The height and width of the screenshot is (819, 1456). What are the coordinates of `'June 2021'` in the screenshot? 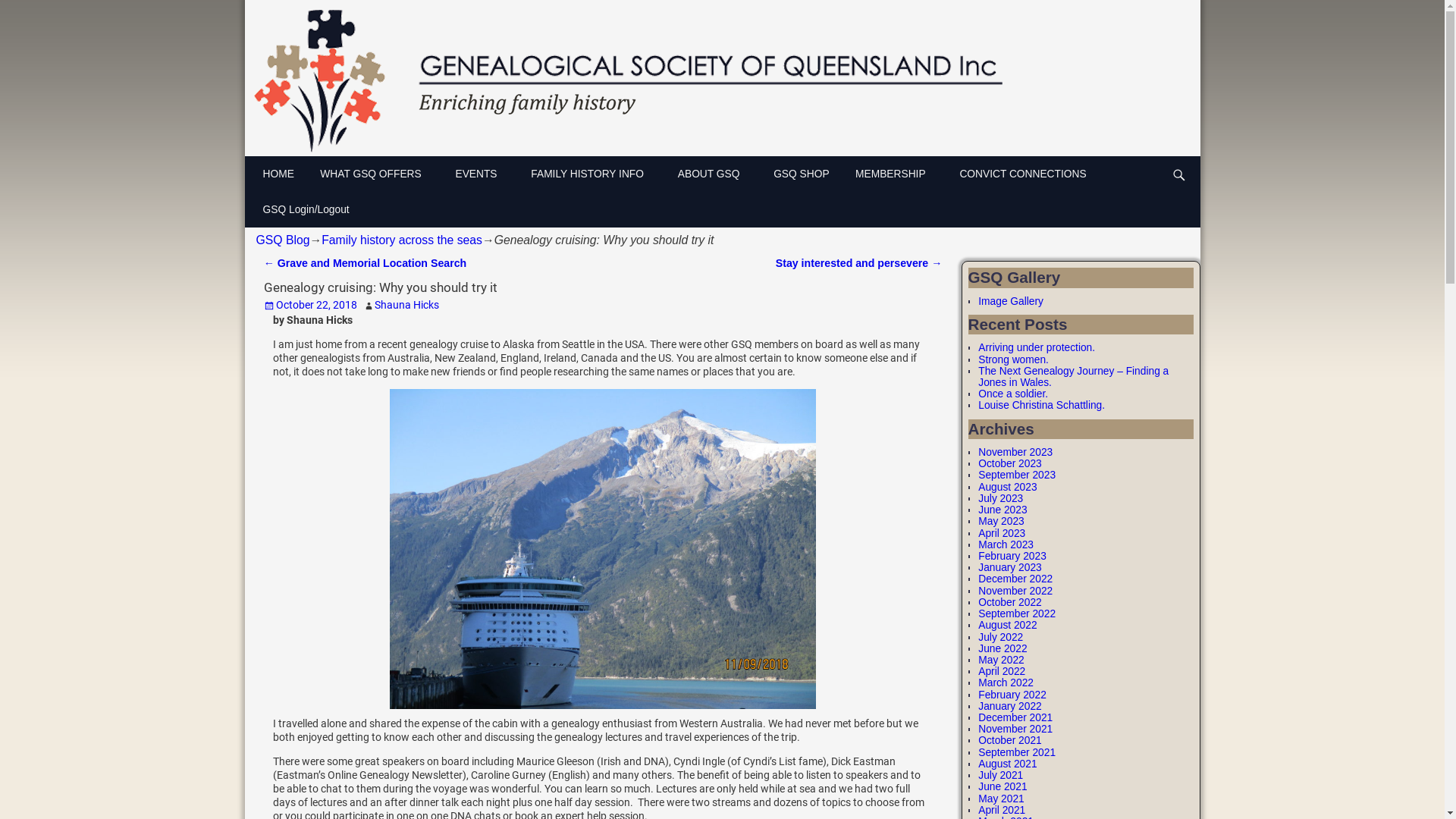 It's located at (1002, 786).